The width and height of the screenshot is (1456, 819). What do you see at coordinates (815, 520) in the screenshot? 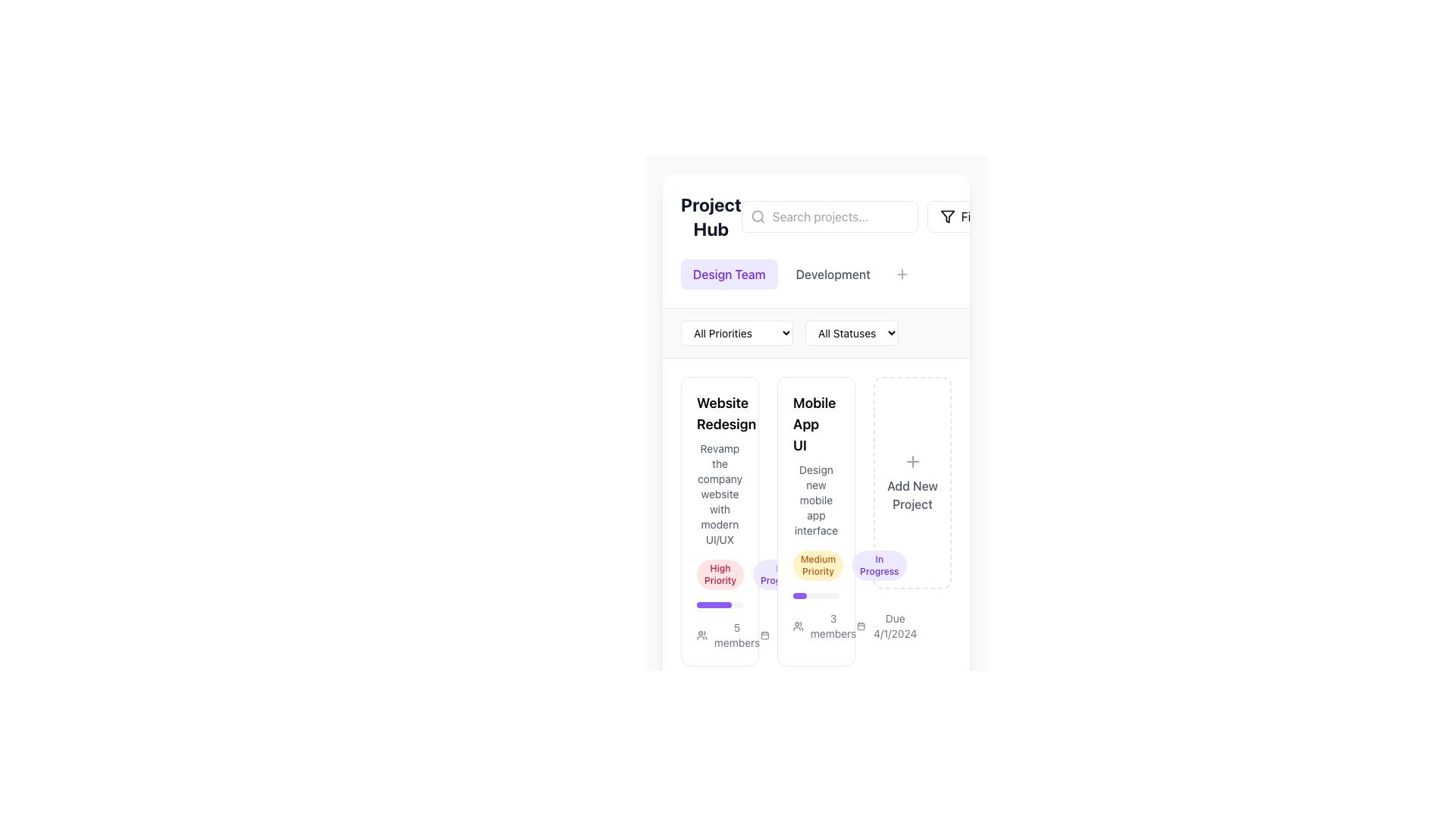
I see `the second project information card in the grid layout` at bounding box center [815, 520].